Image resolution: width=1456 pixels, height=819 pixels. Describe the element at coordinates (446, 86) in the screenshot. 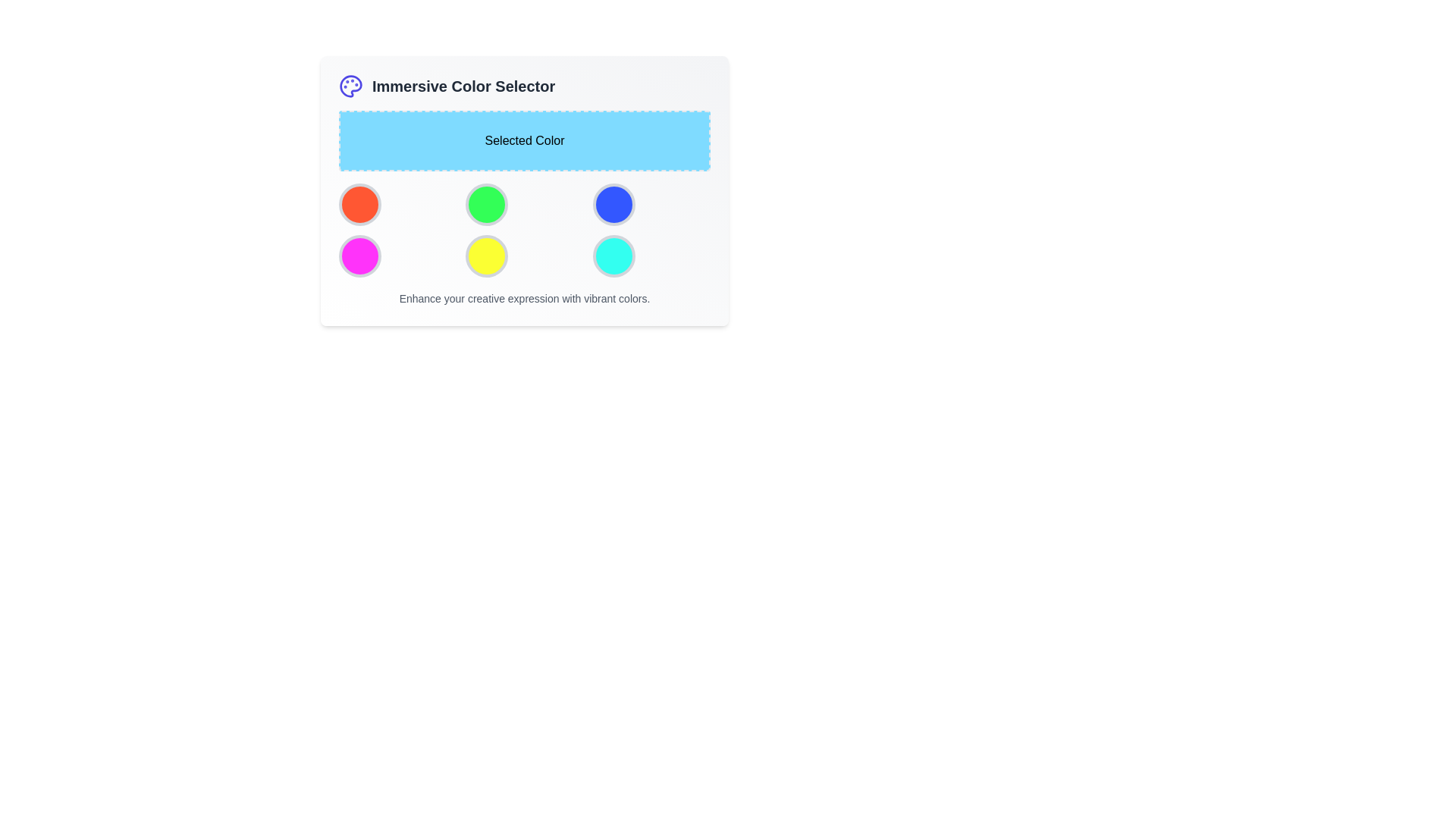

I see `the Text Label that serves as the title for the color selection tool, positioned at the top-left of the interface, aligned with a decorative palette icon to its left` at that location.